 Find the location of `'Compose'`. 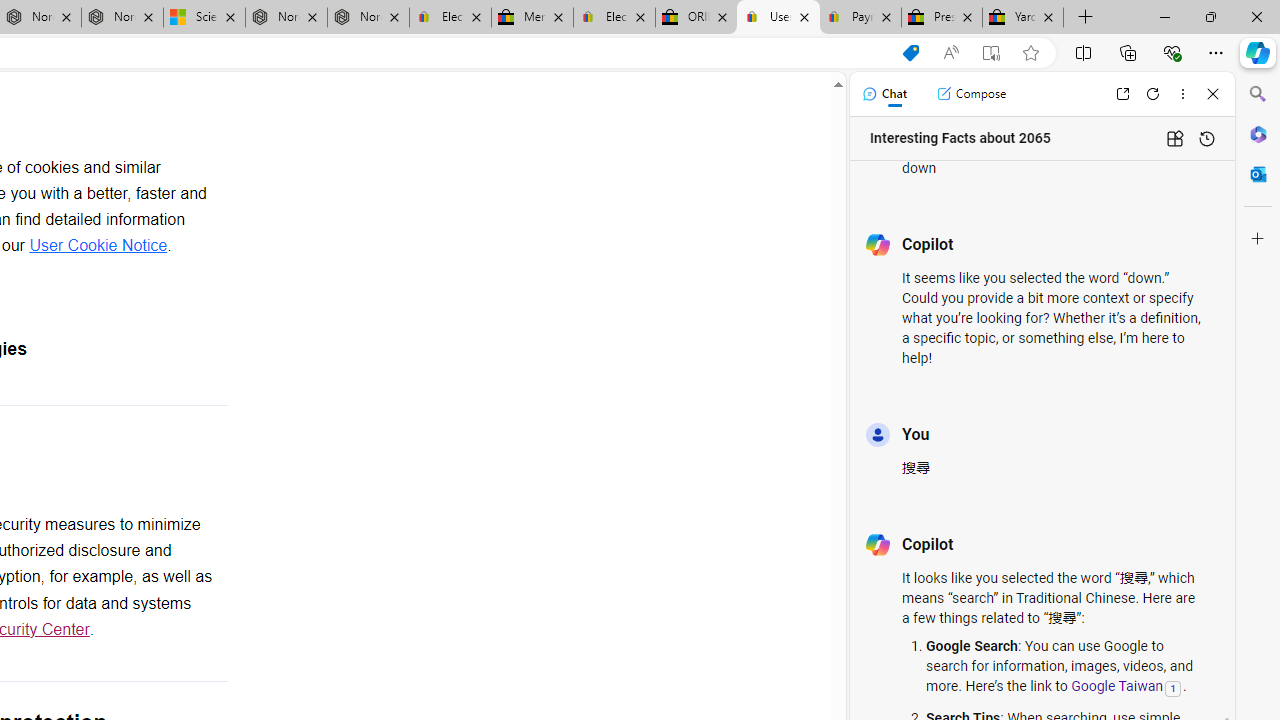

'Compose' is located at coordinates (971, 93).